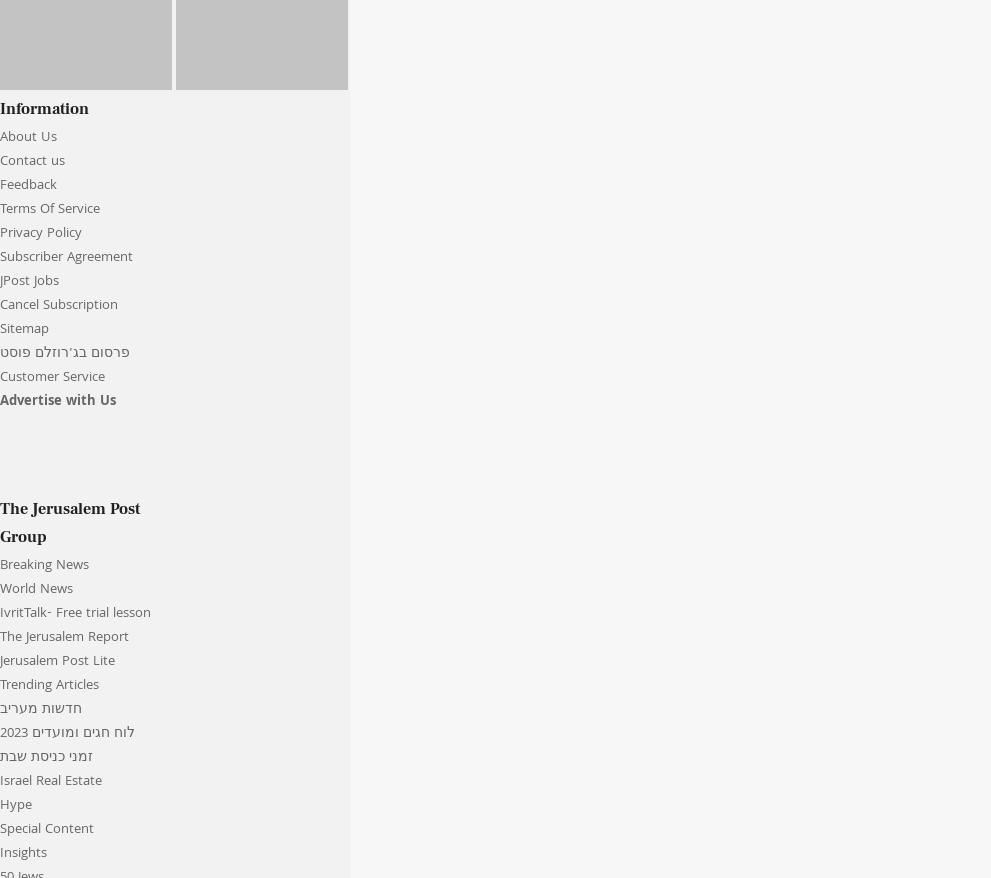 This screenshot has width=991, height=878. What do you see at coordinates (14, 805) in the screenshot?
I see `'Hype'` at bounding box center [14, 805].